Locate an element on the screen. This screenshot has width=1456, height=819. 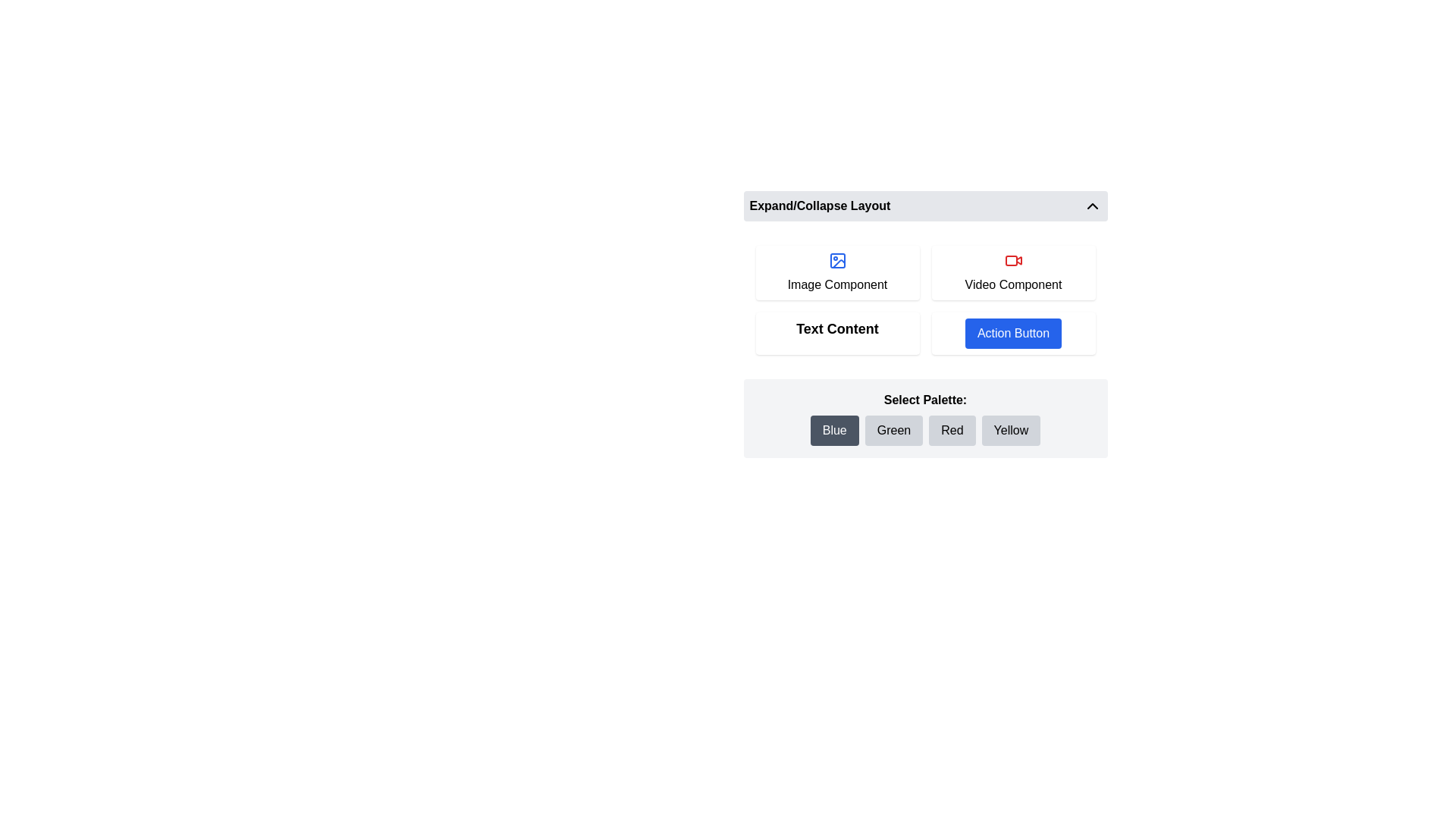
the 'Yellow' button located beneath the 'Select Palette:' section is located at coordinates (1011, 430).